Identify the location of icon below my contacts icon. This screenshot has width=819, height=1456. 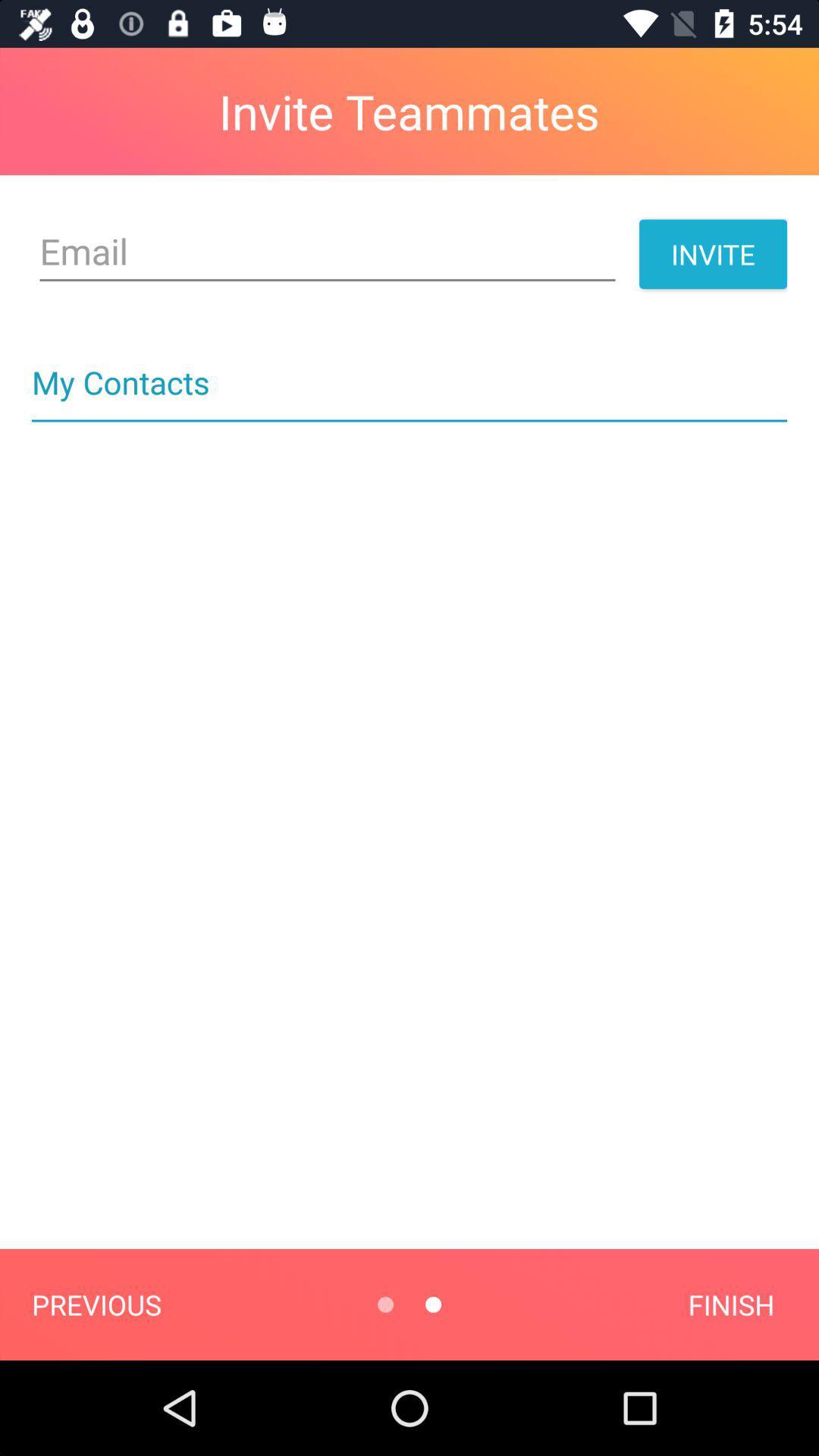
(409, 421).